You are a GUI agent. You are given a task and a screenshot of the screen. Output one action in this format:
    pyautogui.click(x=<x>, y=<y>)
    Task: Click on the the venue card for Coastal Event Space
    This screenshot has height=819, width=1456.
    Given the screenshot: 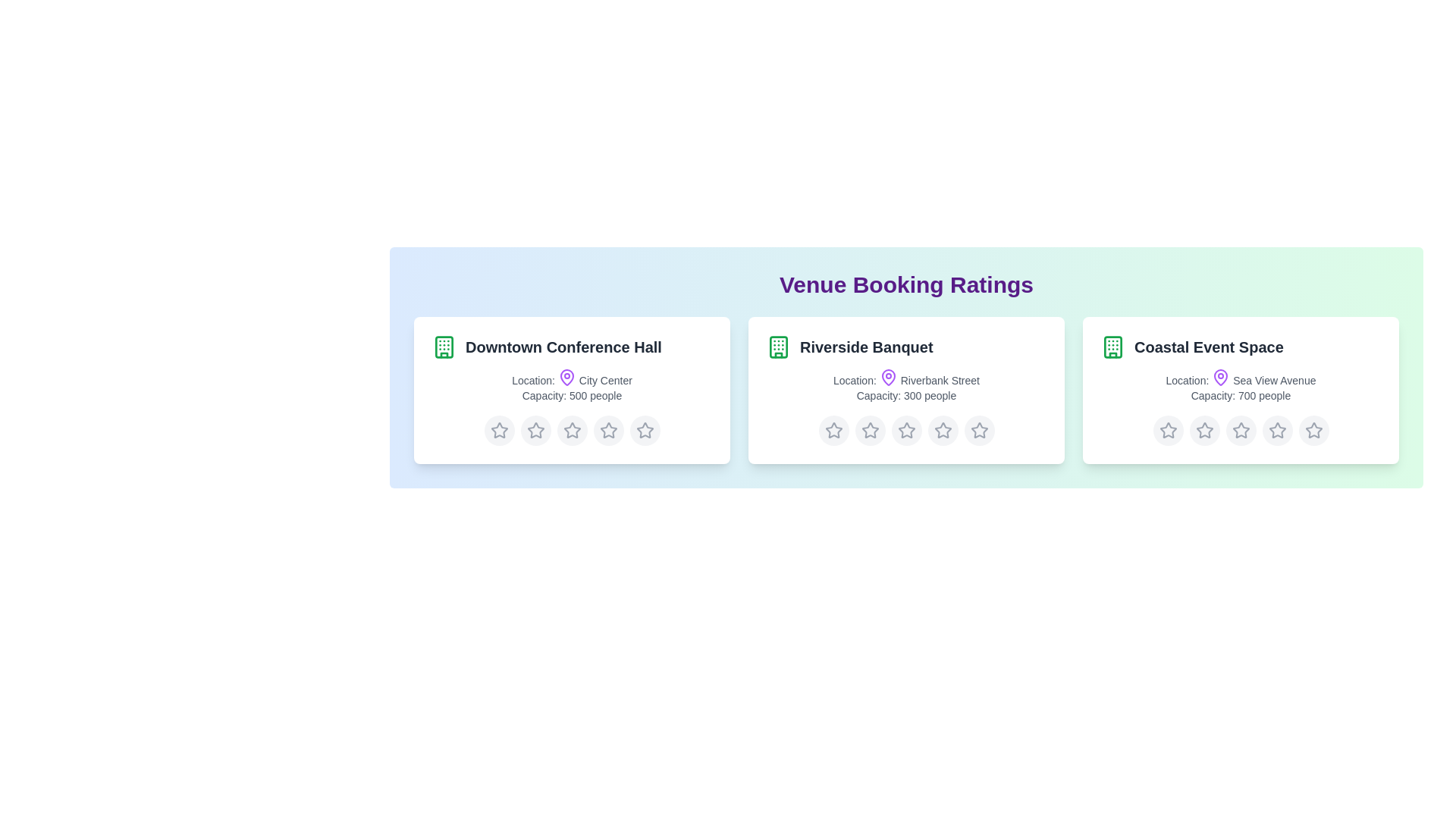 What is the action you would take?
    pyautogui.click(x=1241, y=390)
    